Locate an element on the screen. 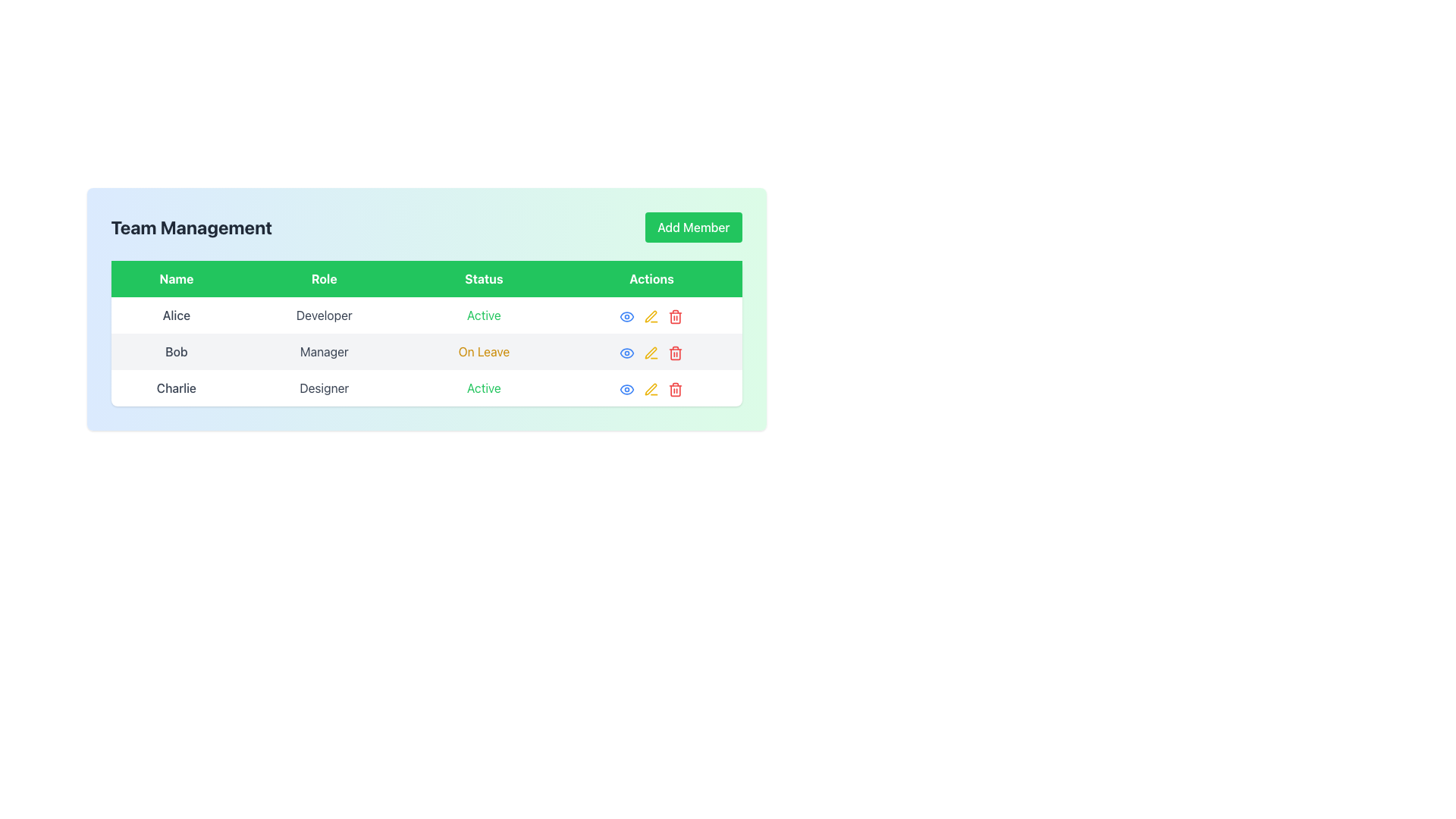  the second row of the table that summarizes an individual's details is located at coordinates (425, 315).